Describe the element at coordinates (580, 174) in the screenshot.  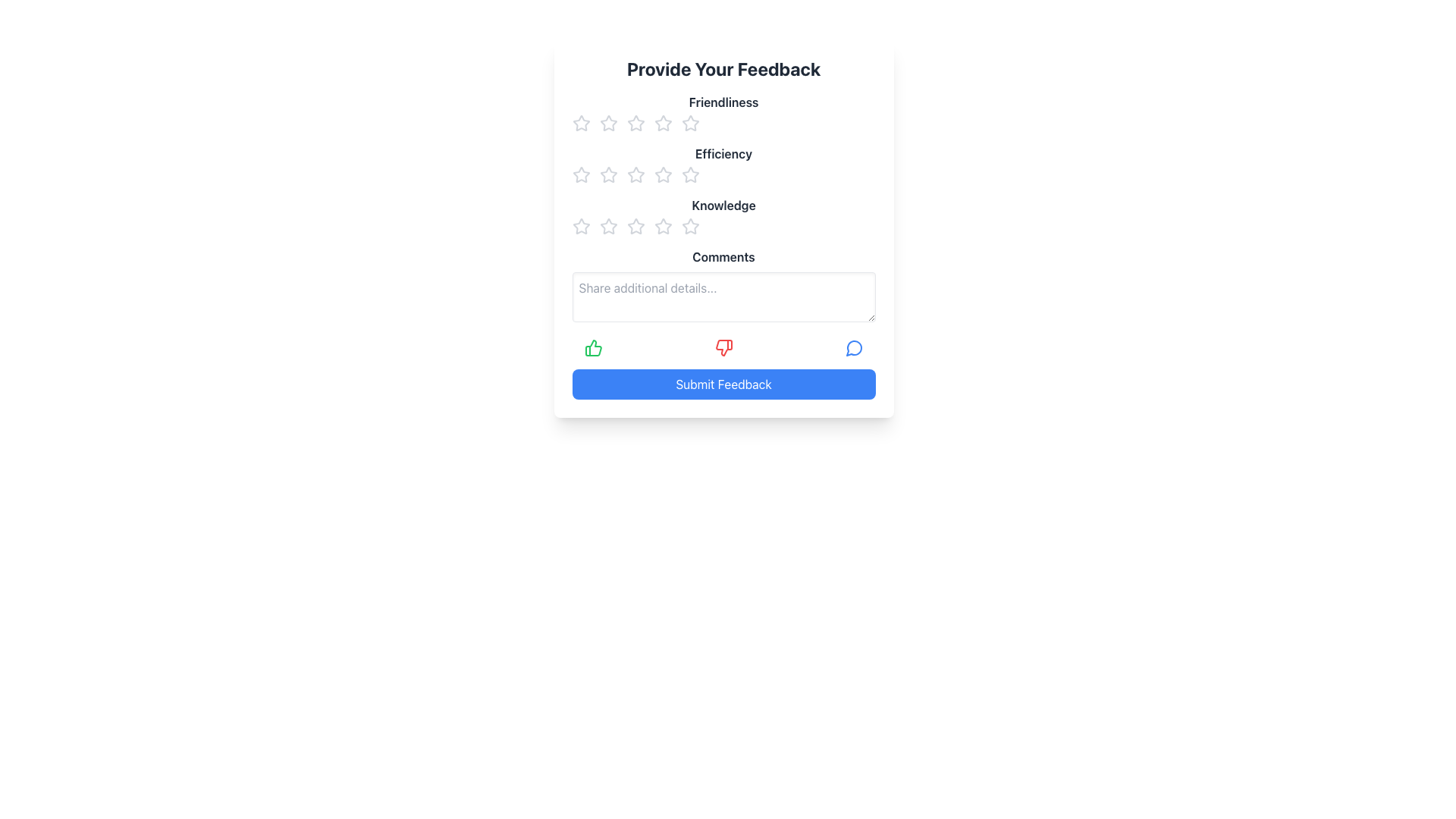
I see `the first star icon in the horizontal group of five stars used for rating under the 'Efficiency' category` at that location.